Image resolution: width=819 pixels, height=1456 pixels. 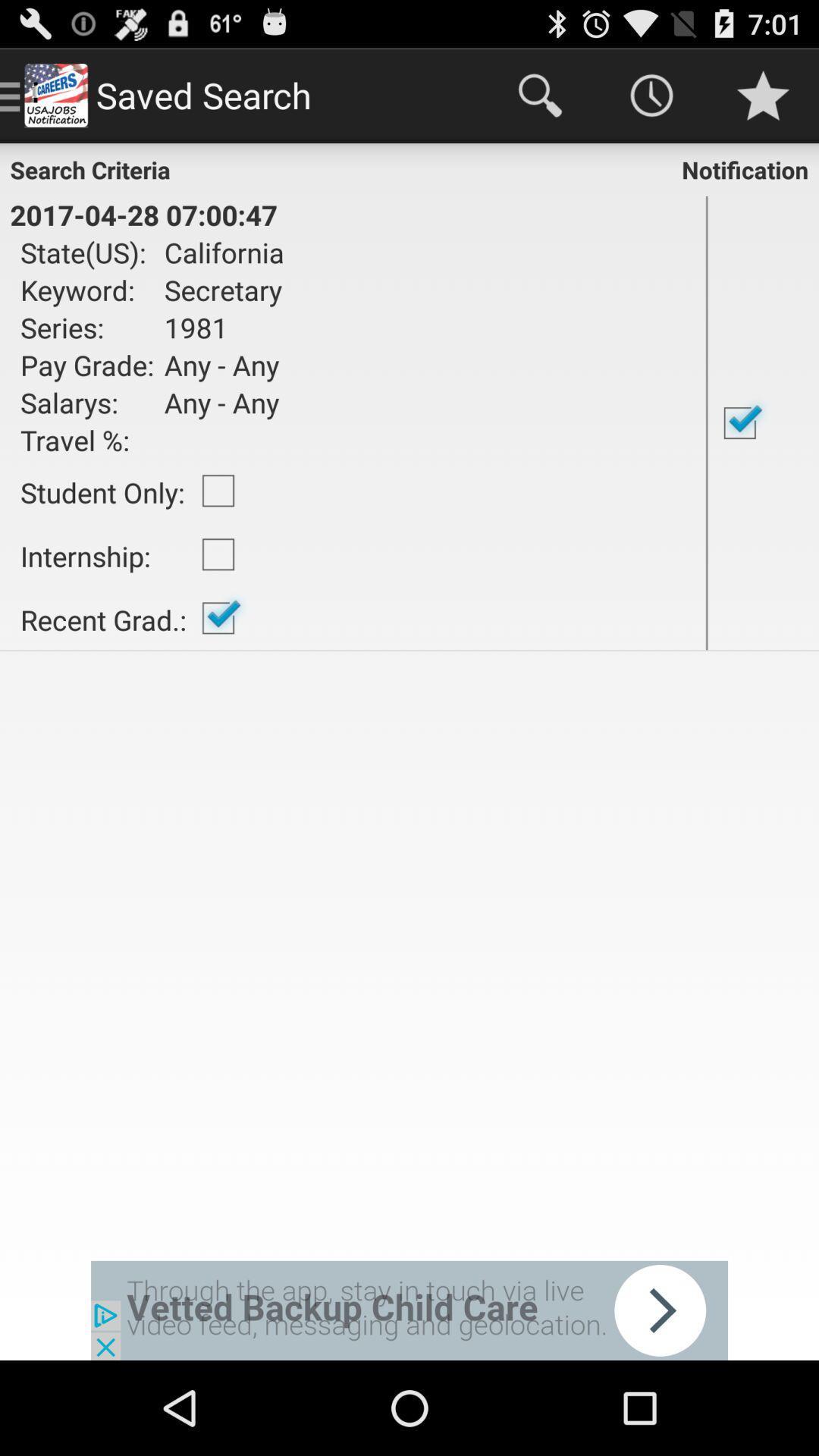 I want to click on the item next to the california icon, so click(x=707, y=422).